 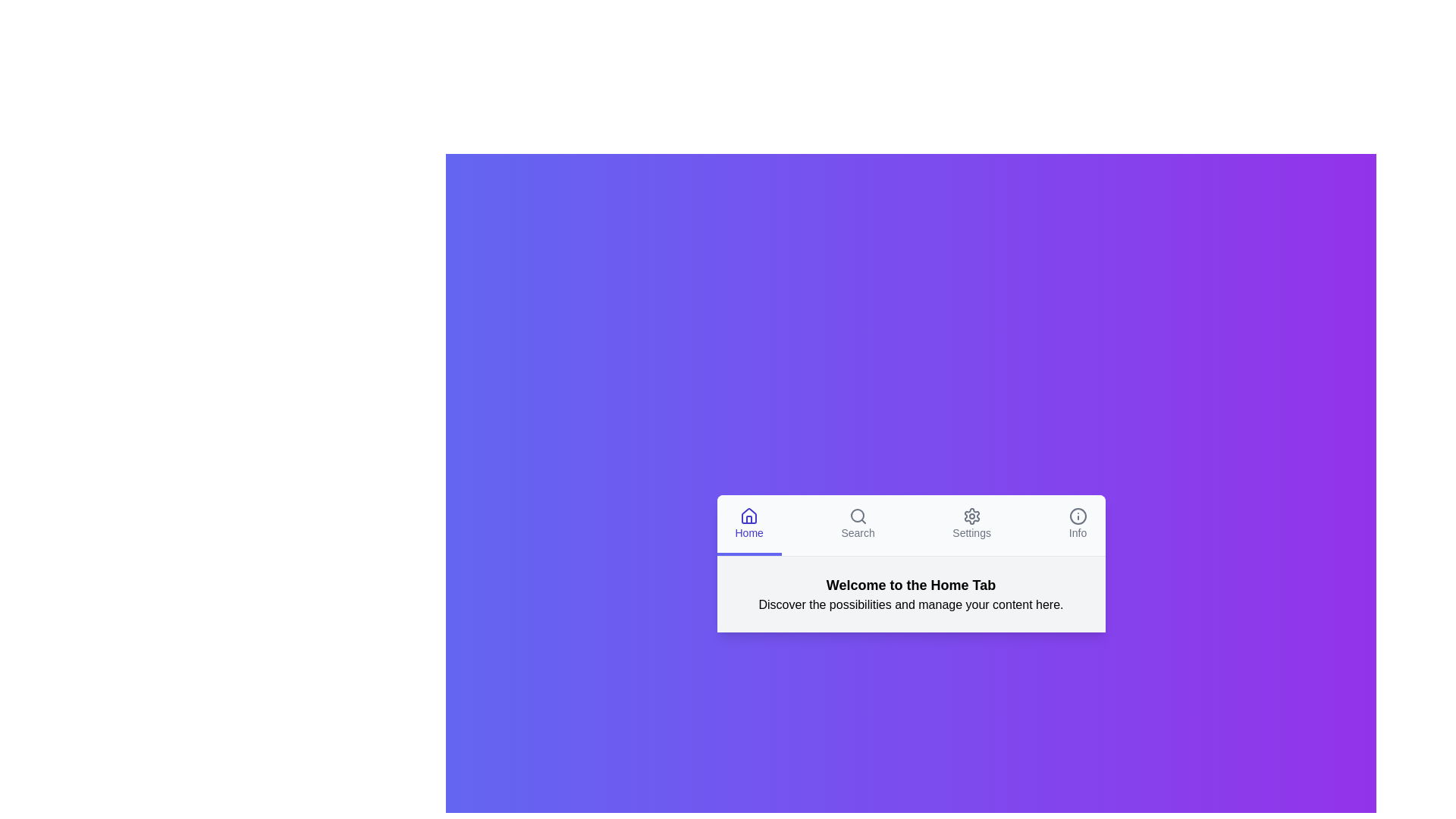 What do you see at coordinates (1077, 532) in the screenshot?
I see `the 'Info' text label element located at the far right of the navigational bar, styled with a gray color and sans-serif font` at bounding box center [1077, 532].